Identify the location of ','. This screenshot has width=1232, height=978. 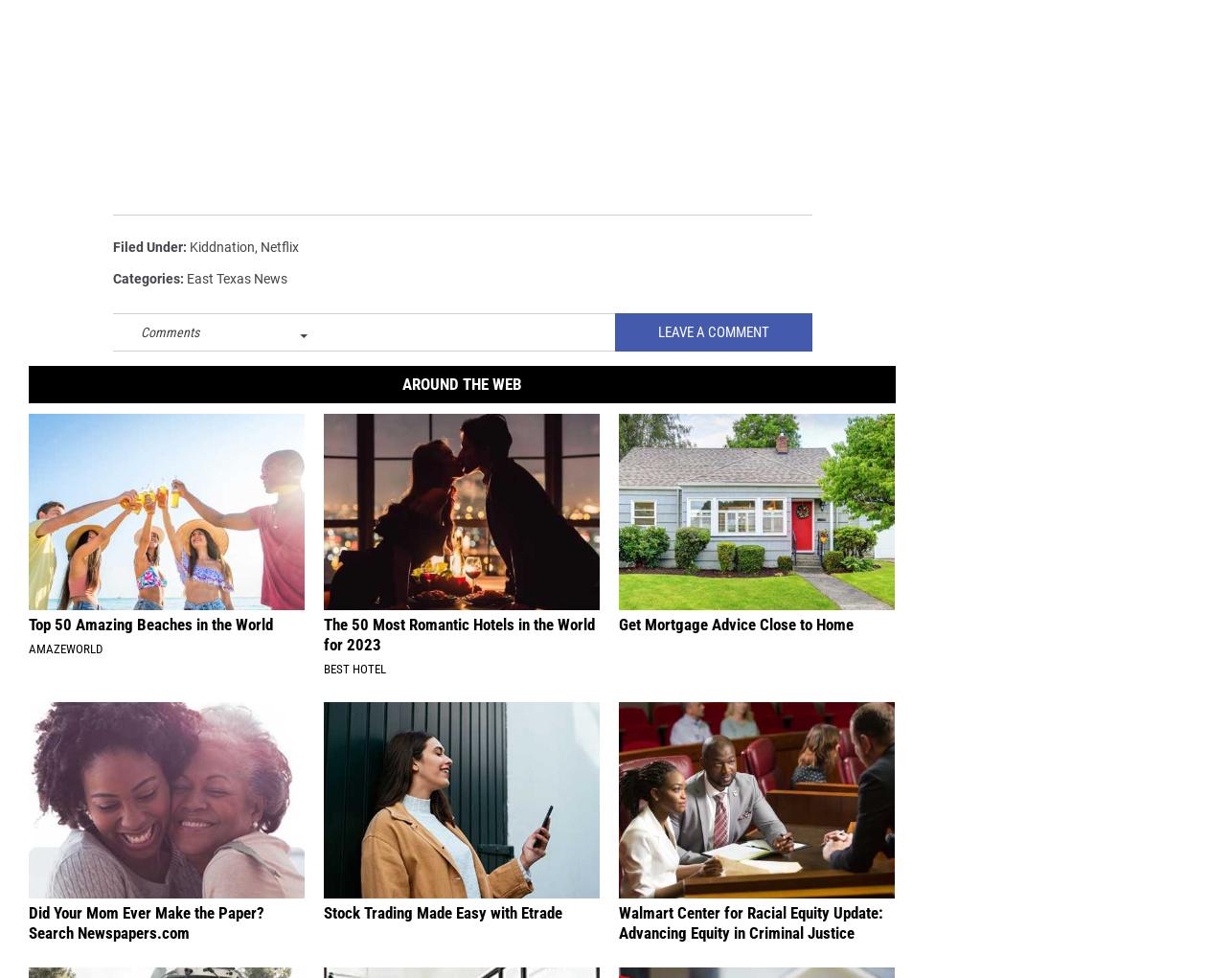
(254, 247).